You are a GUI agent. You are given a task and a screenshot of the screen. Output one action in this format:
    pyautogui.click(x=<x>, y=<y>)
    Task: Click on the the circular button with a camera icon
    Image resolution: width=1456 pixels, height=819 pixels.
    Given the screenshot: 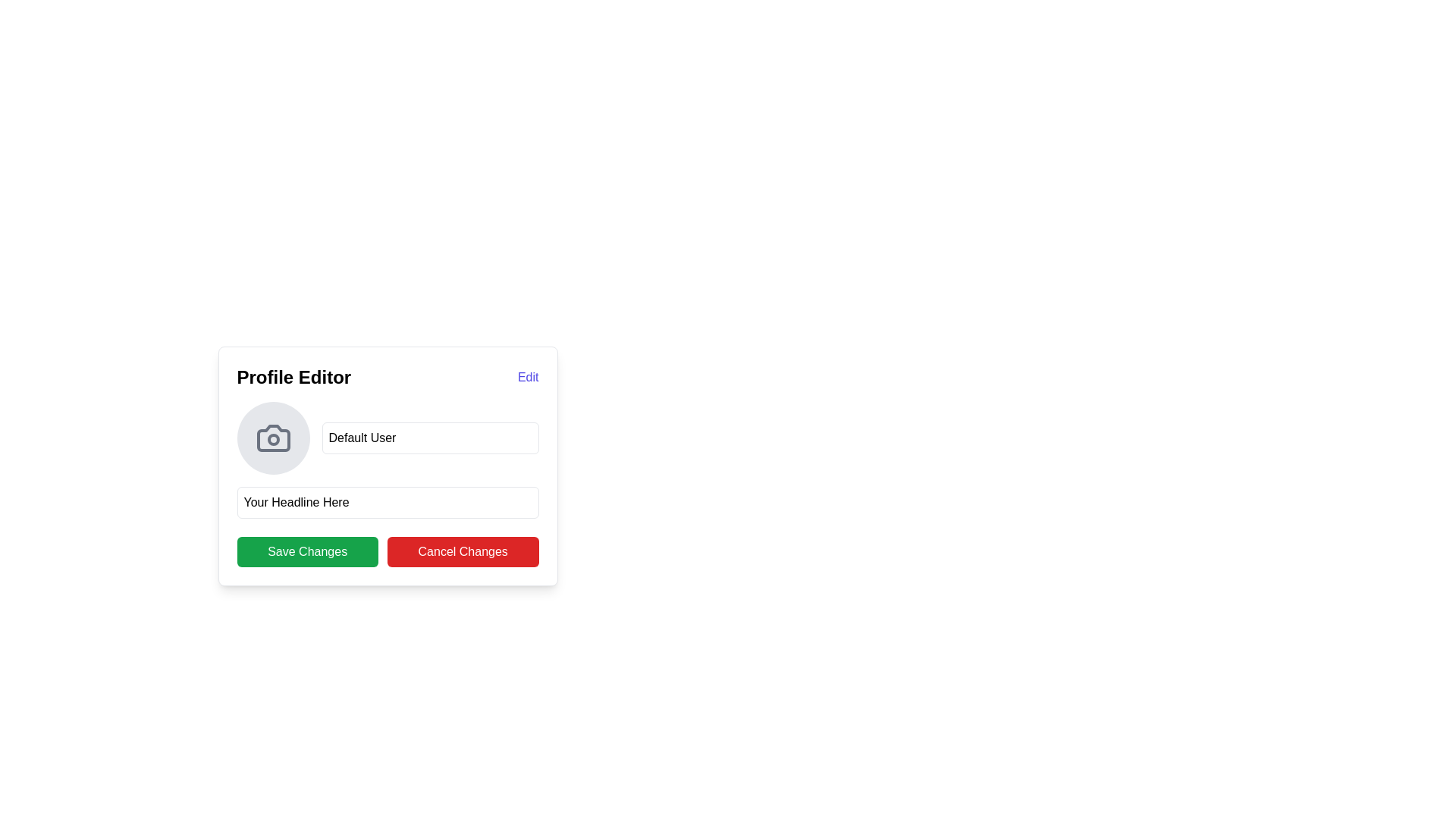 What is the action you would take?
    pyautogui.click(x=273, y=438)
    